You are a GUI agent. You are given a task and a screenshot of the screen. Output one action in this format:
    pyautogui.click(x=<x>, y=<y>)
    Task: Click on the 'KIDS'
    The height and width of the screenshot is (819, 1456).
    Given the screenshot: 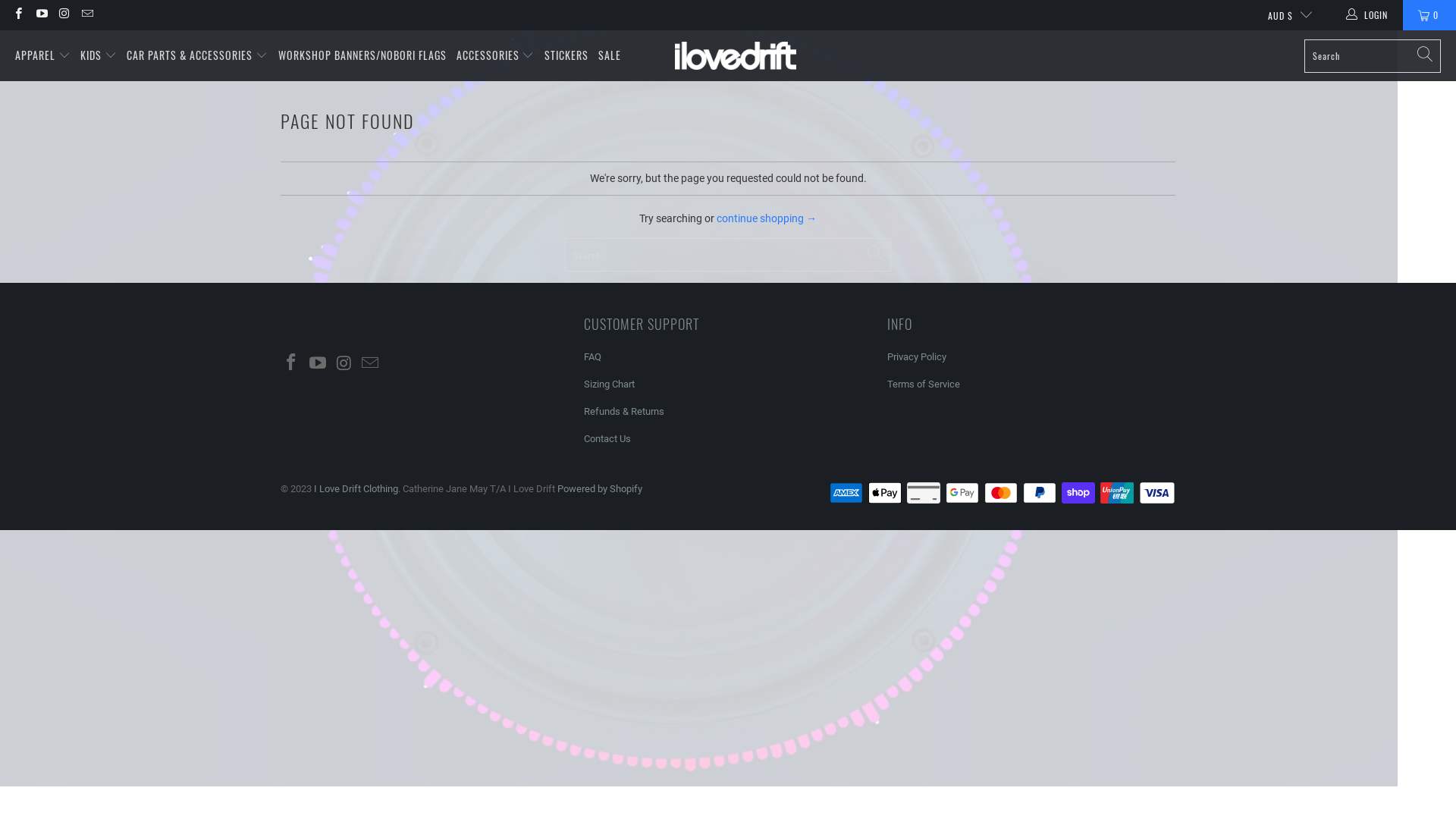 What is the action you would take?
    pyautogui.click(x=97, y=55)
    